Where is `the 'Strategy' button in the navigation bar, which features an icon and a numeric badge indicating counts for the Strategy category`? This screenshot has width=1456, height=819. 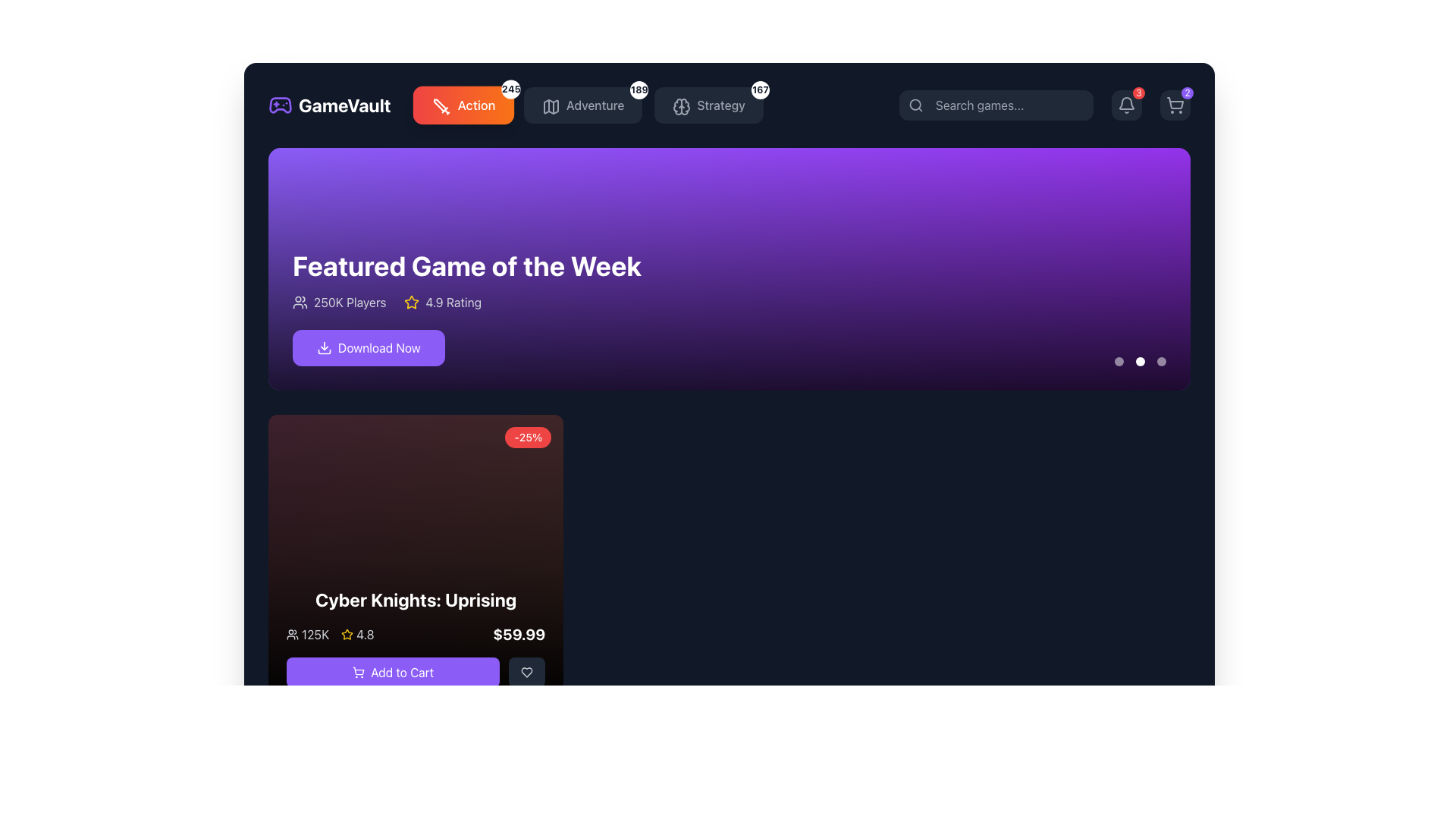 the 'Strategy' button in the navigation bar, which features an icon and a numeric badge indicating counts for the Strategy category is located at coordinates (729, 104).